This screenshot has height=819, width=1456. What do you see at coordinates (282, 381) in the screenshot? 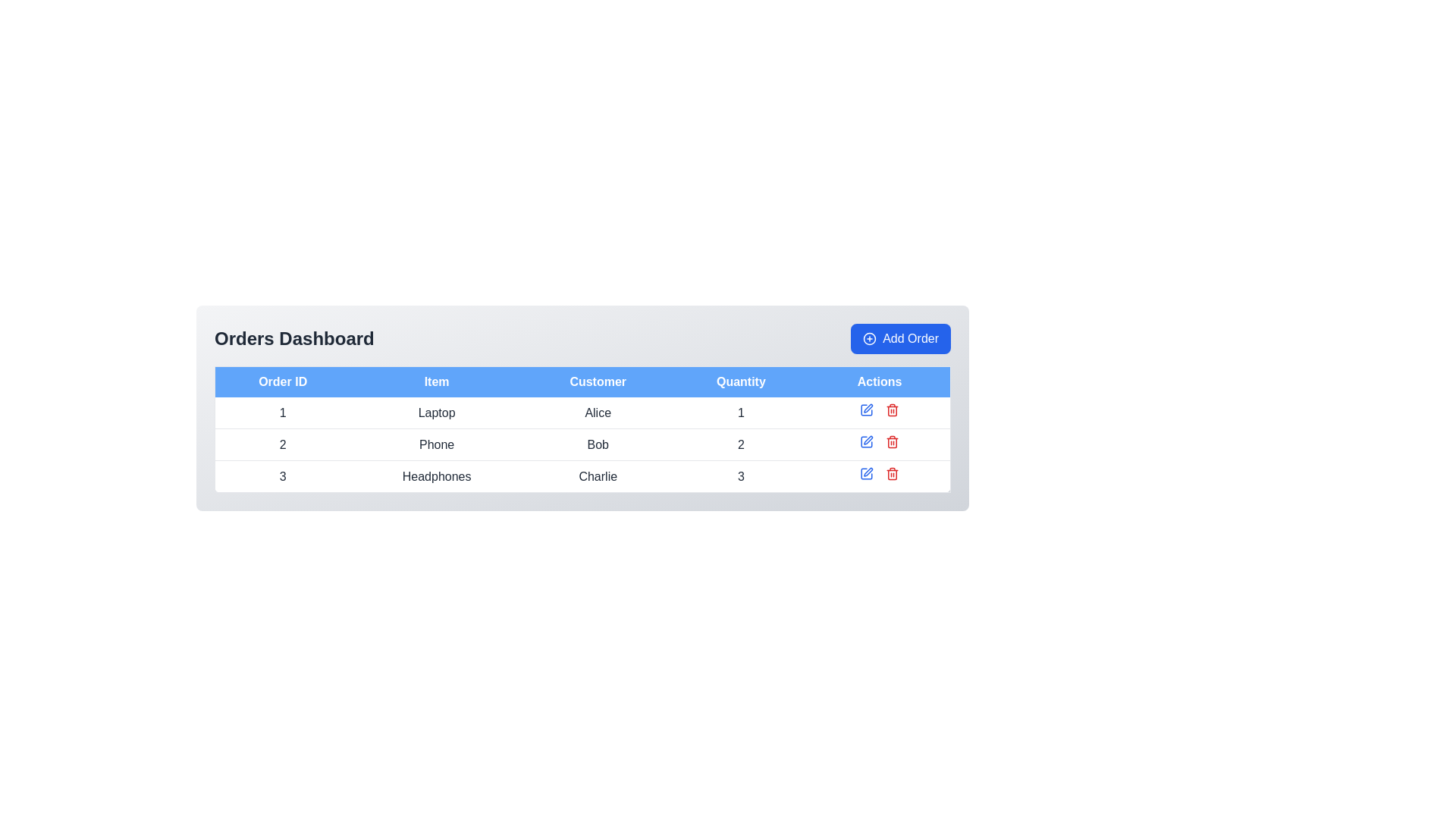
I see `the 'Order ID' label in the table header, which displays the text in white font on a blue background` at bounding box center [282, 381].